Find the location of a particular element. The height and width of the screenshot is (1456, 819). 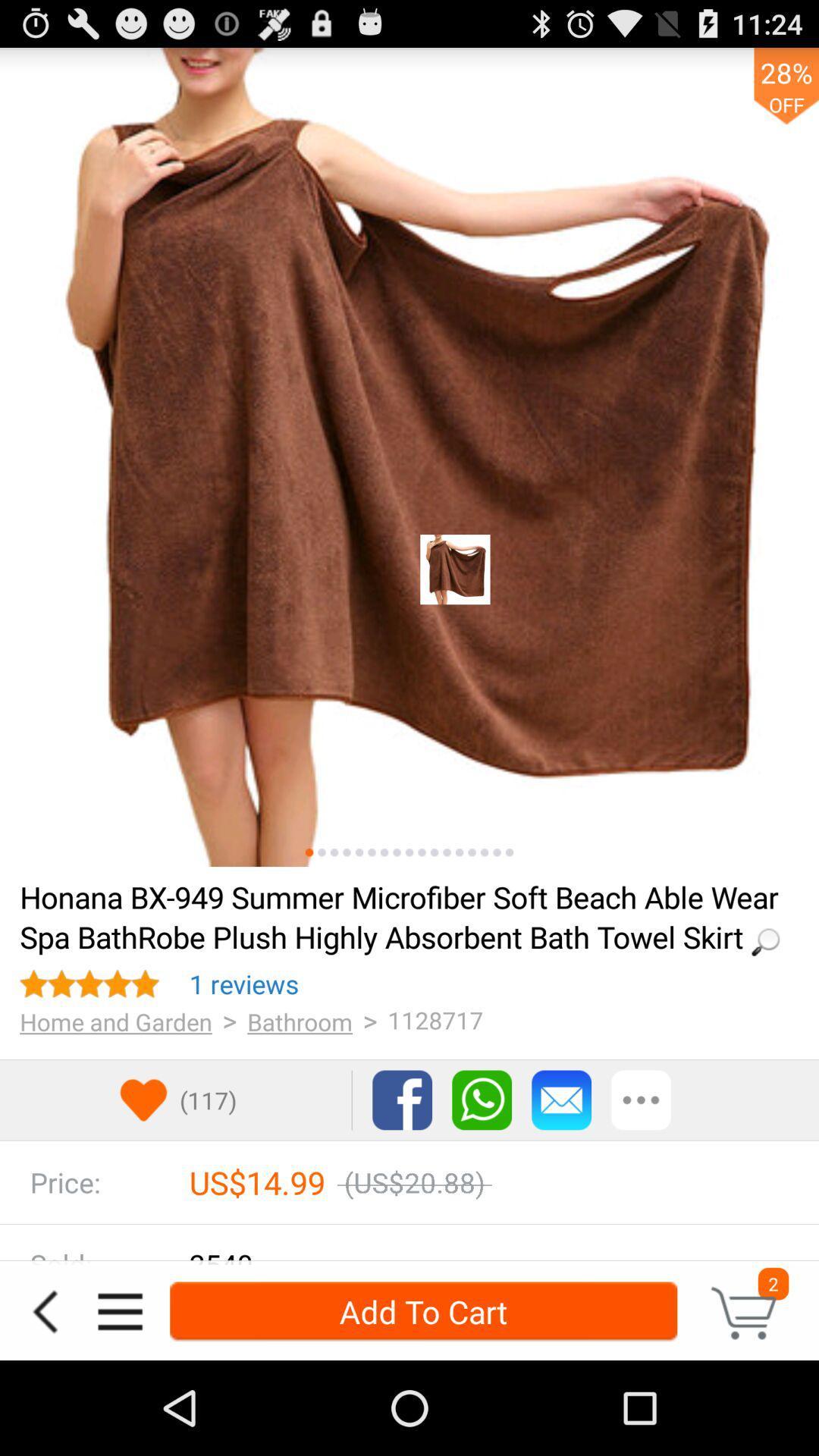

email button is located at coordinates (561, 1100).